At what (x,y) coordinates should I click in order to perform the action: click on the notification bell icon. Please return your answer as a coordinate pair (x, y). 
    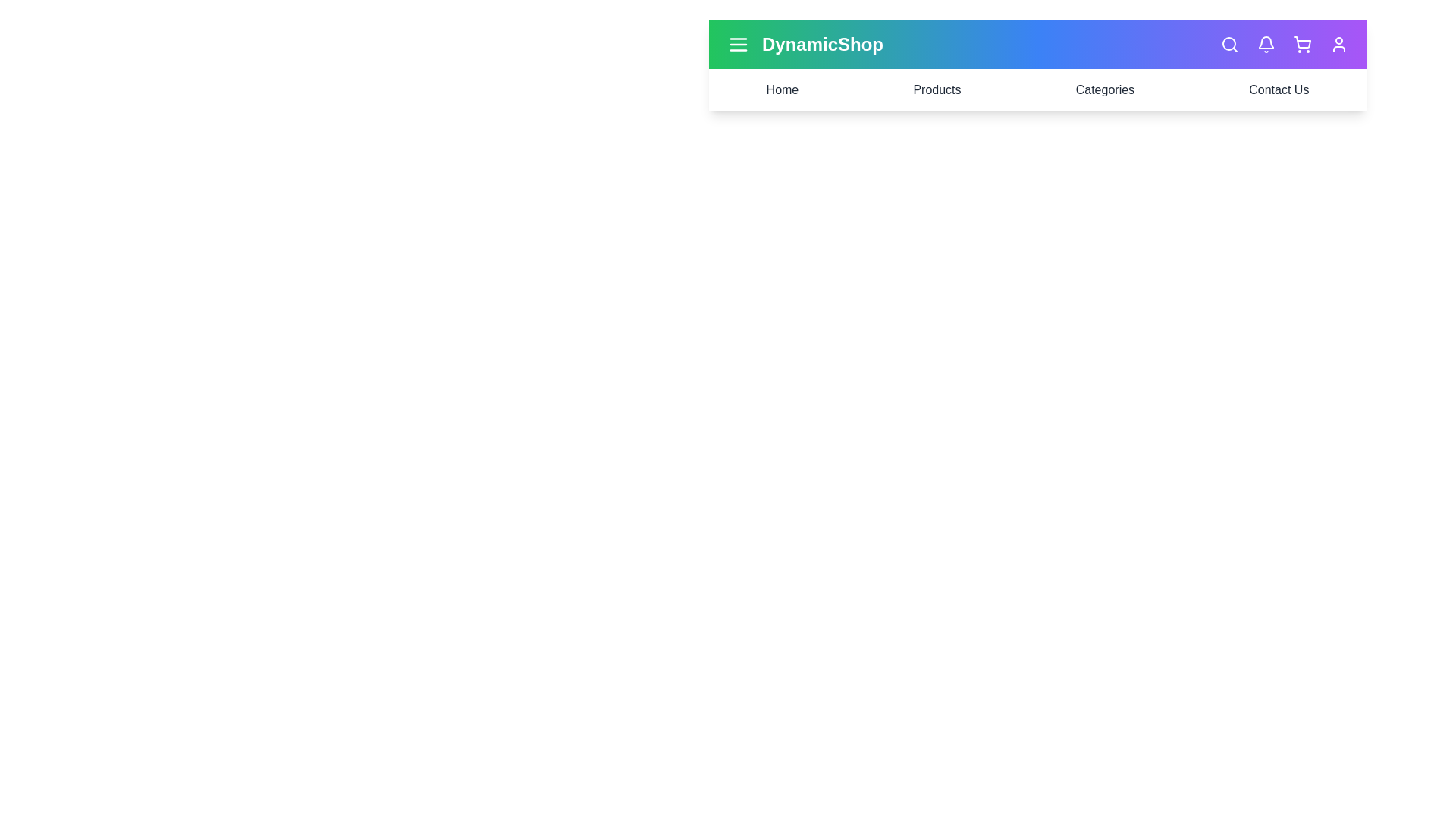
    Looking at the image, I should click on (1266, 43).